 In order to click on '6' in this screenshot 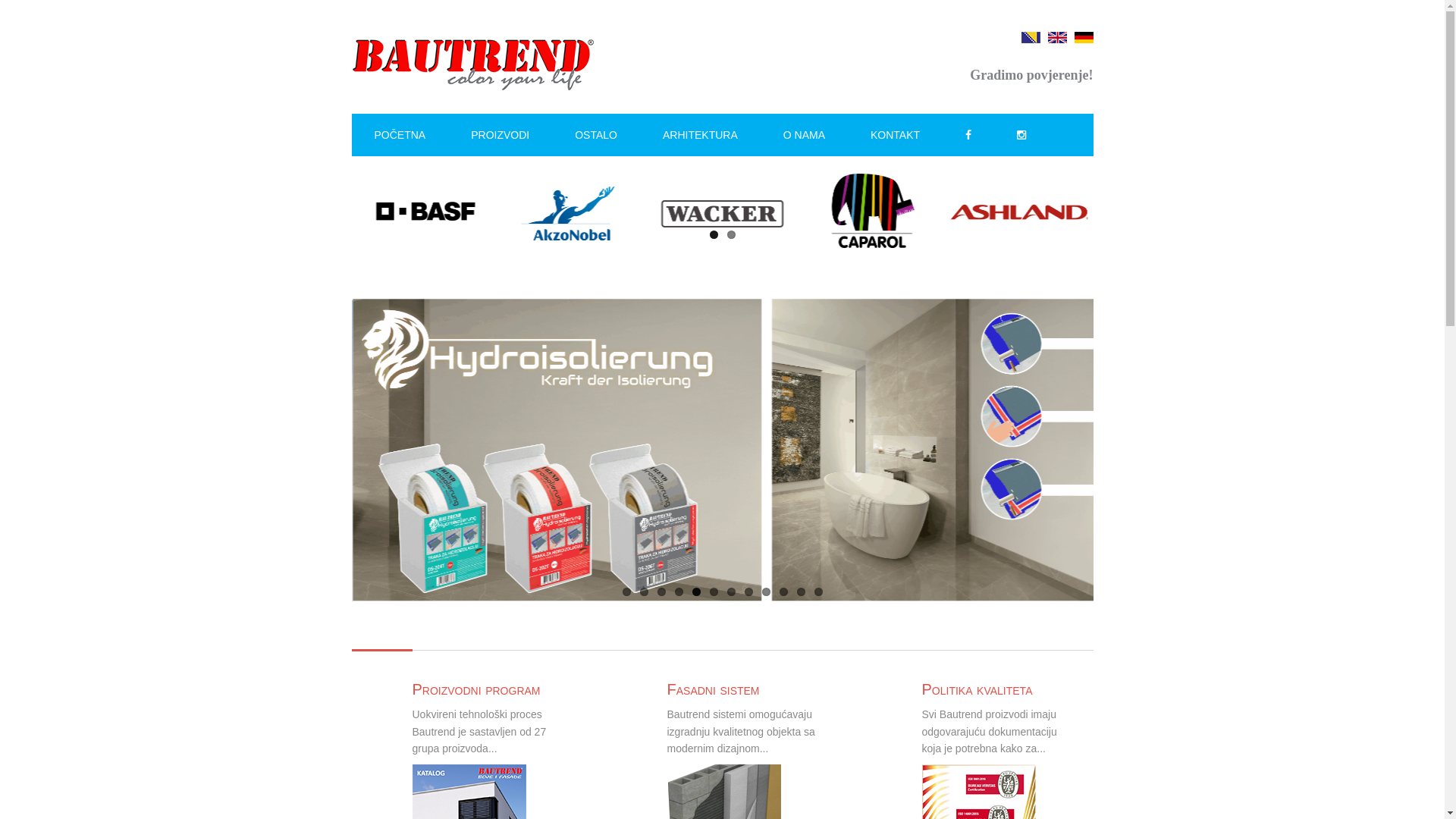, I will do `click(713, 591)`.